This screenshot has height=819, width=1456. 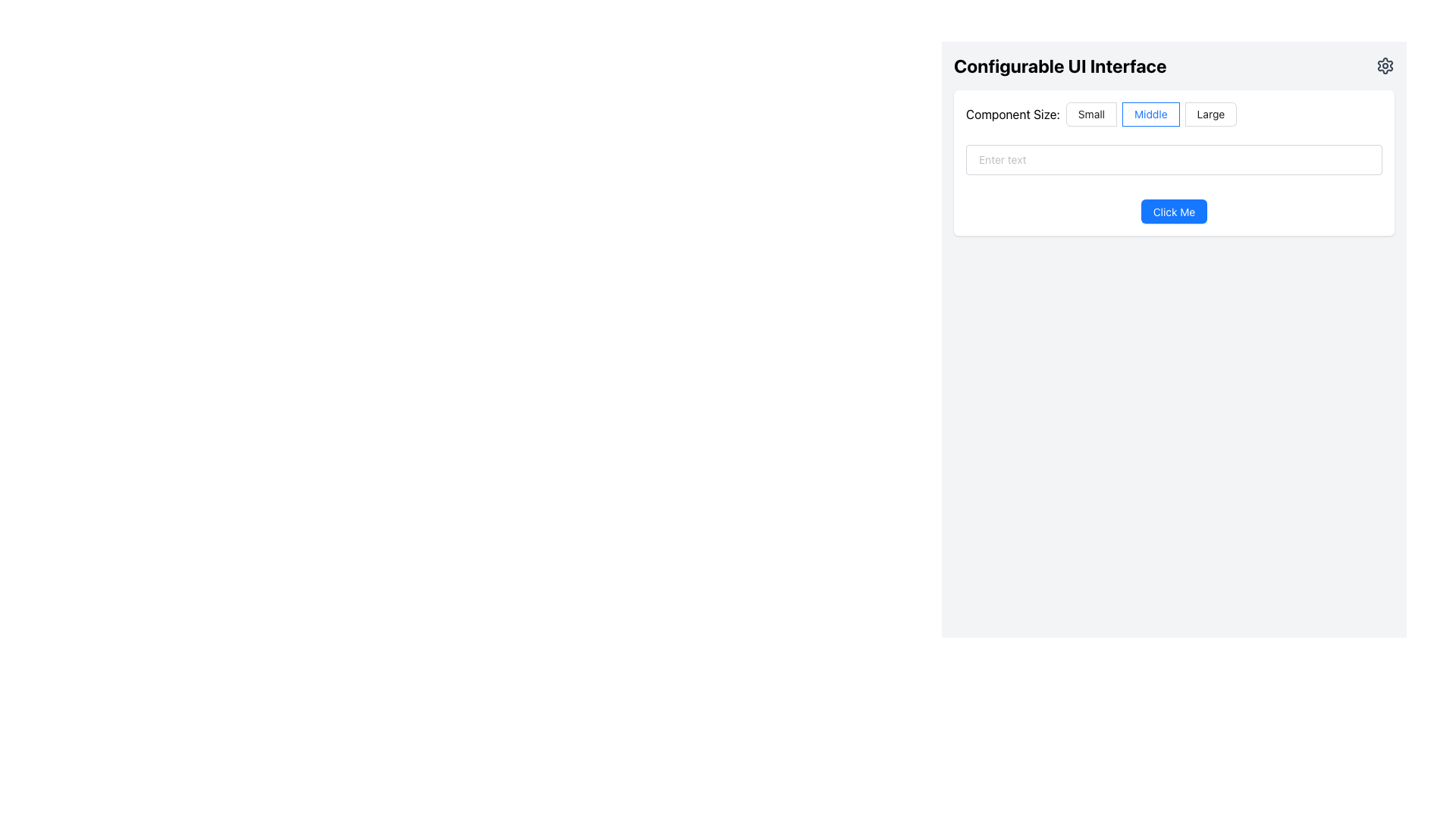 I want to click on the 'Large' radio button label, which is part of a segmented button group for size options, so click(x=1210, y=113).